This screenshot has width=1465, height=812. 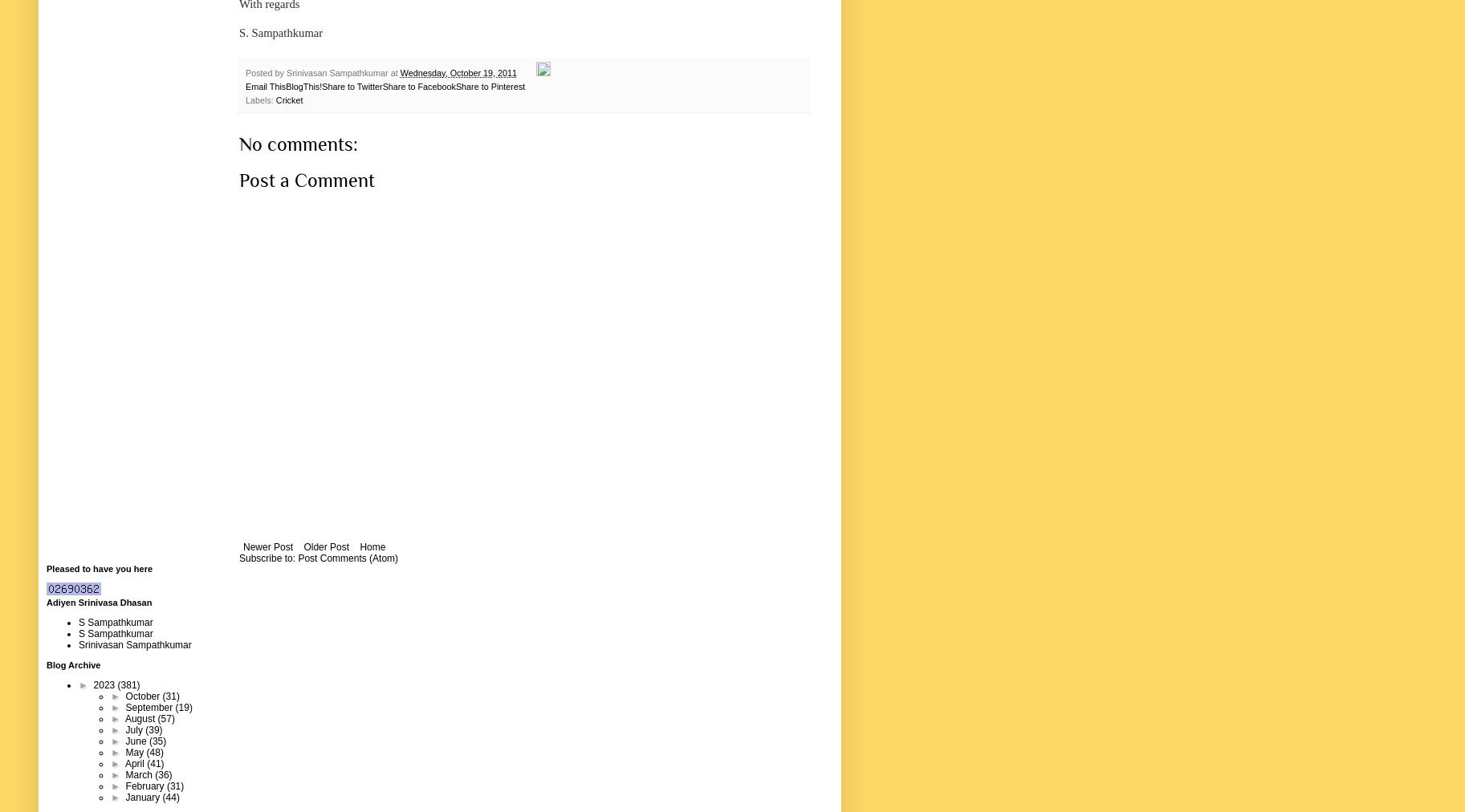 I want to click on 'at', so click(x=394, y=71).